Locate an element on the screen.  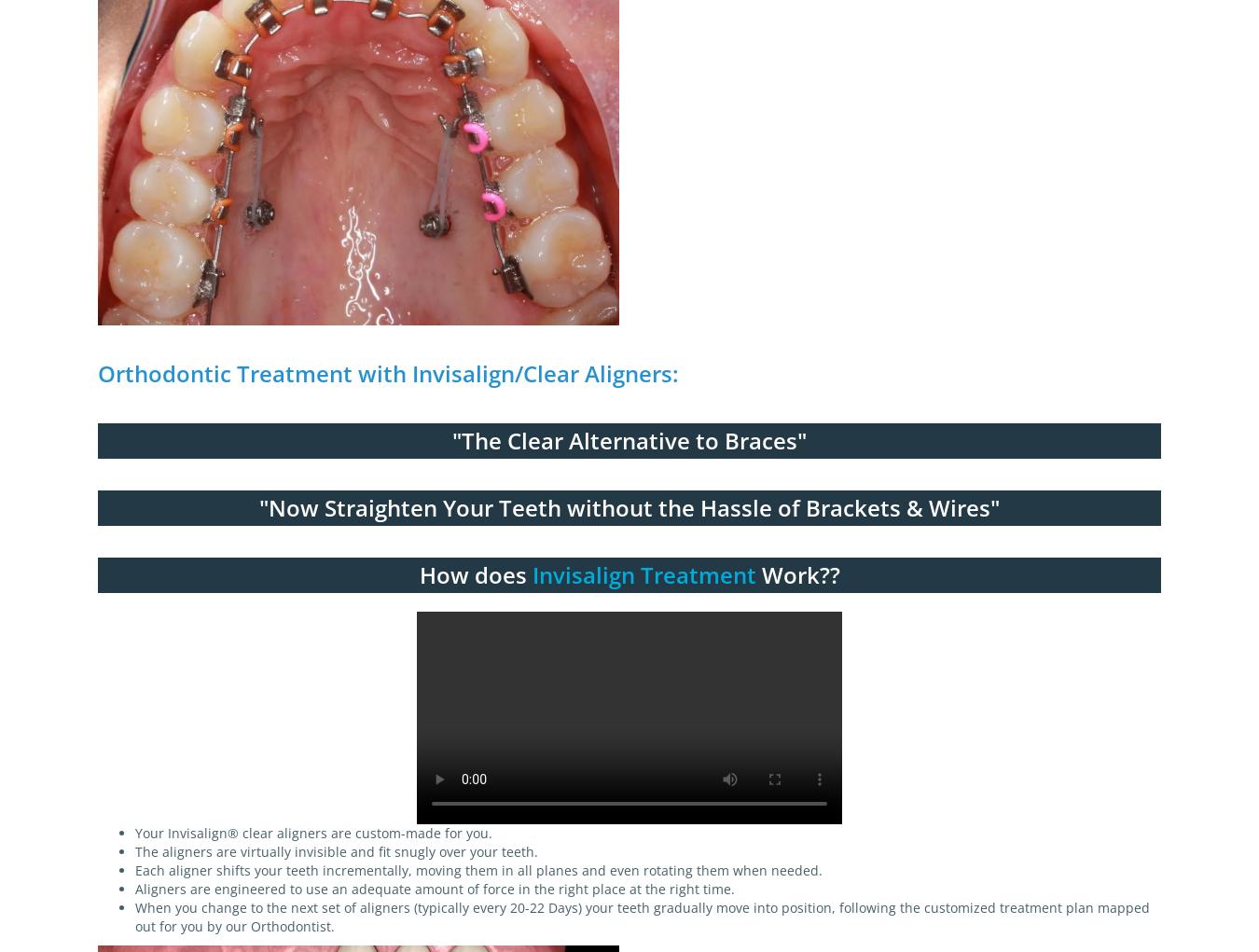
'Orthodontic Treatment with Invisalign/Clear Aligners:' is located at coordinates (388, 372).